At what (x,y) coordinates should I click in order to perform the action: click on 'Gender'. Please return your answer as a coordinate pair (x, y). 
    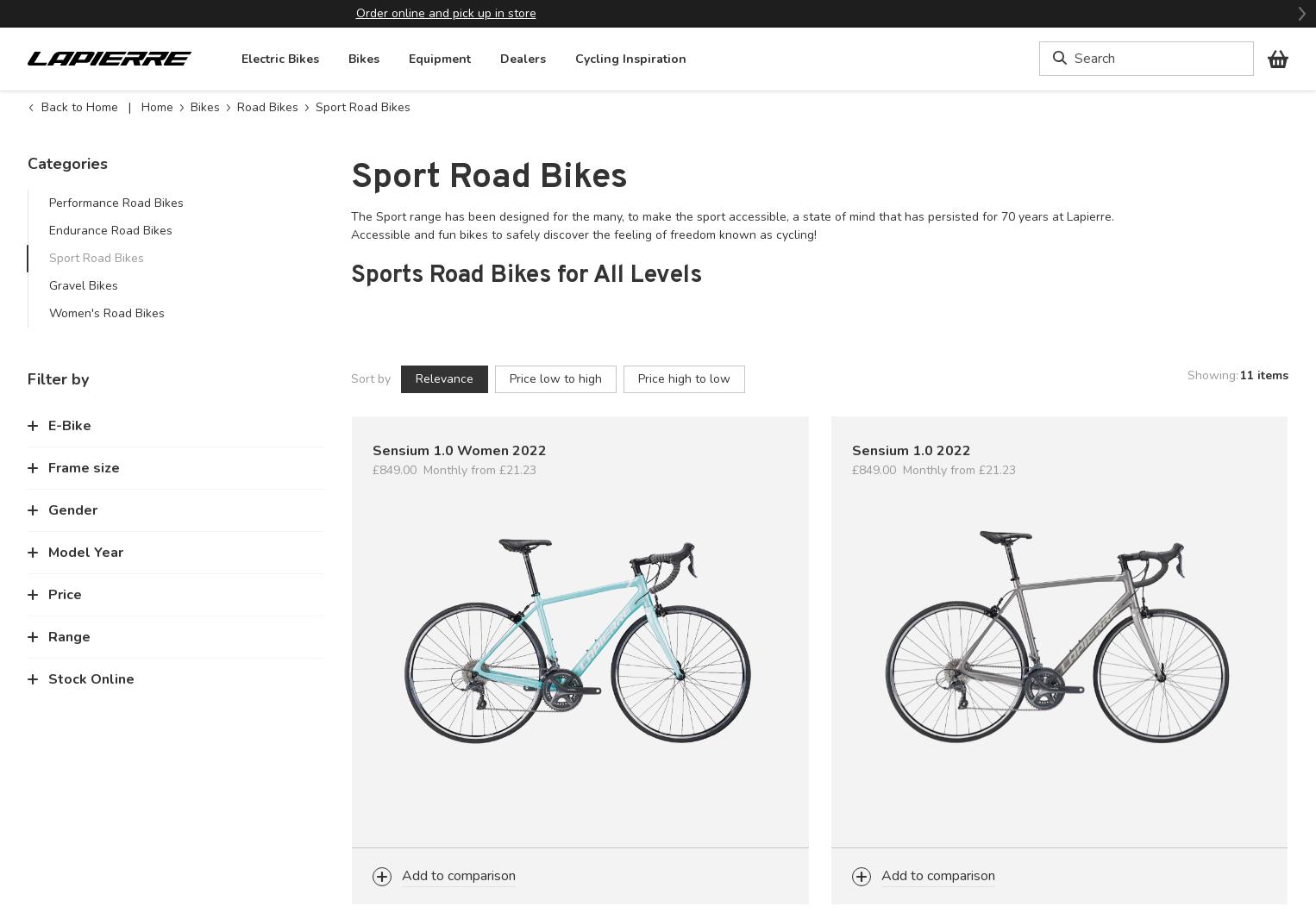
    Looking at the image, I should click on (72, 509).